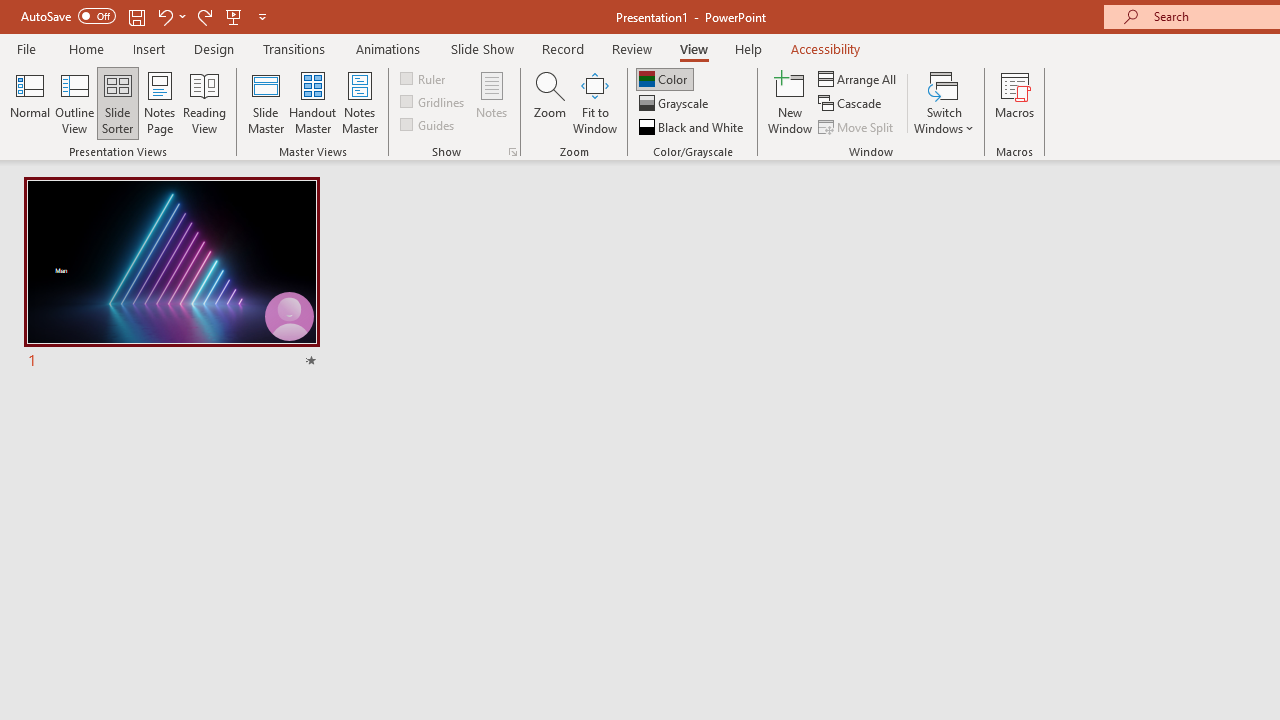 The image size is (1280, 720). What do you see at coordinates (423, 77) in the screenshot?
I see `'Ruler'` at bounding box center [423, 77].